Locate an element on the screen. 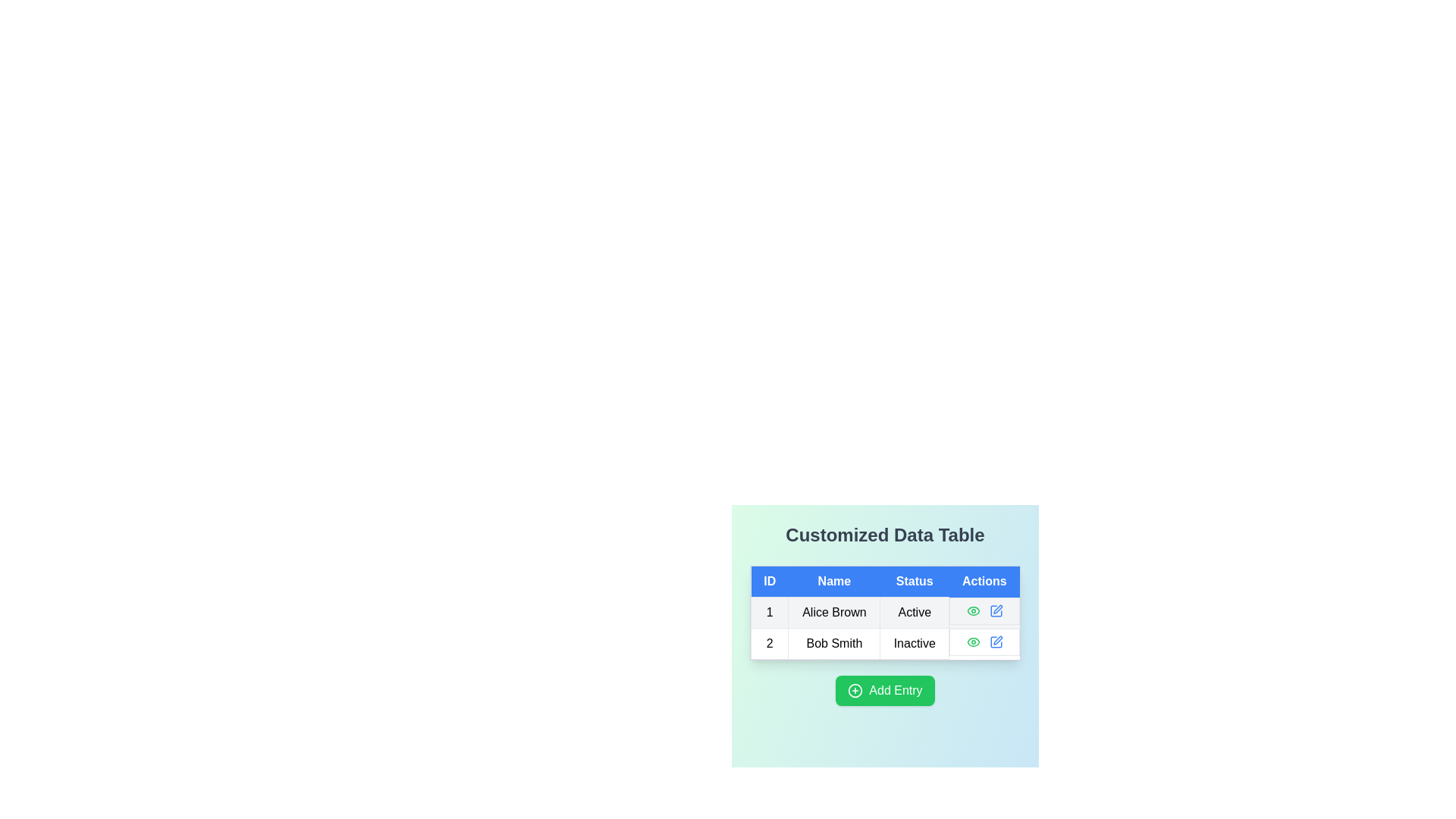 Image resolution: width=1456 pixels, height=819 pixels. the table cell in the 'Name' column of the first row is located at coordinates (833, 611).